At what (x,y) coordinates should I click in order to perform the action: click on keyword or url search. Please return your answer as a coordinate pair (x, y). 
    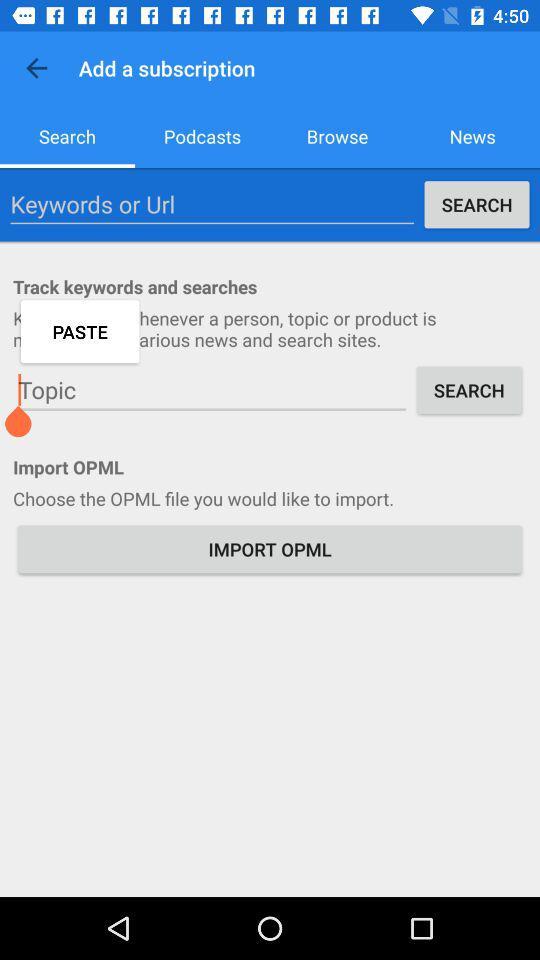
    Looking at the image, I should click on (211, 204).